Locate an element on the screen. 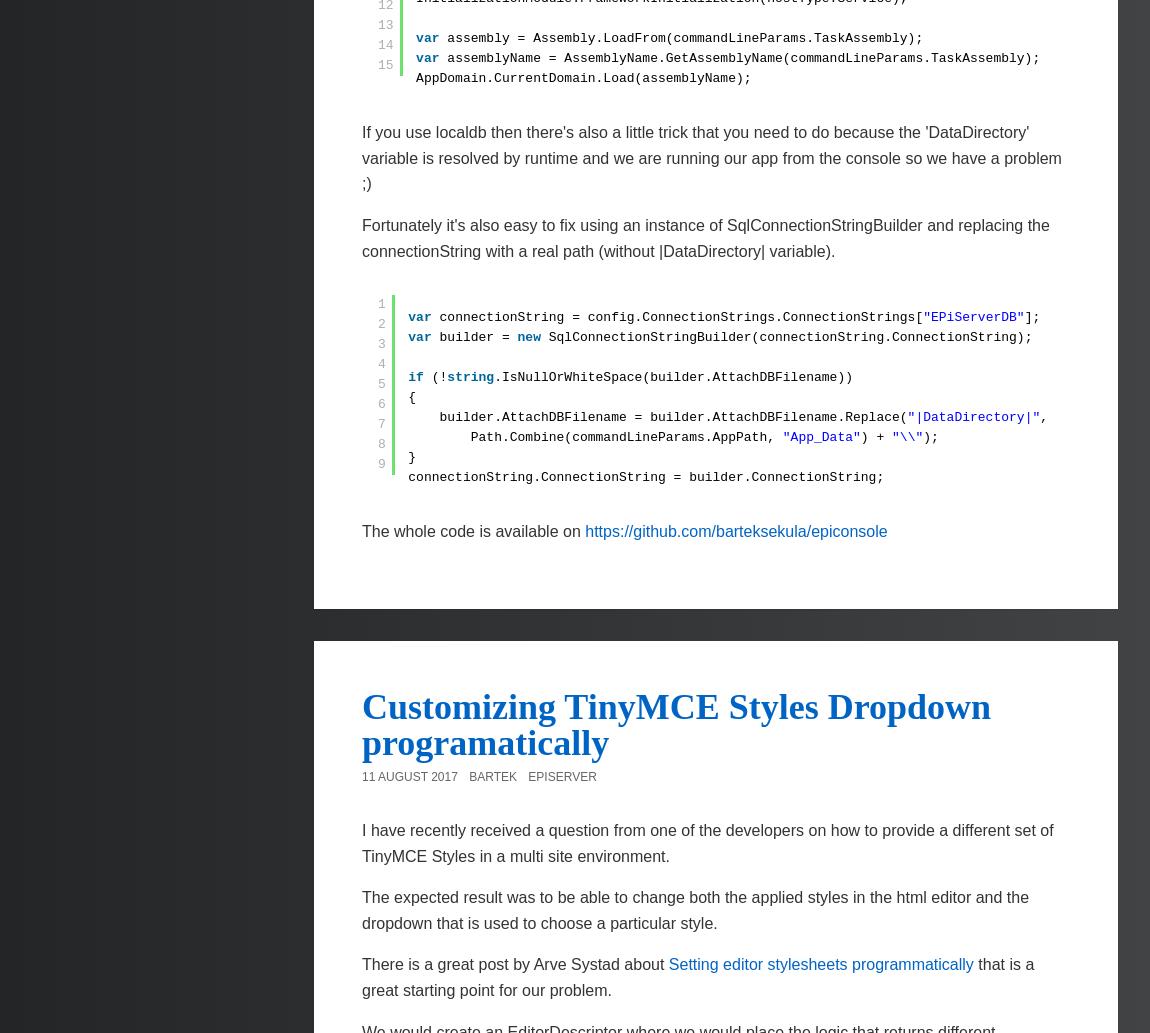 The height and width of the screenshot is (1033, 1150). 'Customizing TinyMCE Styles Dropdown programatically' is located at coordinates (362, 724).